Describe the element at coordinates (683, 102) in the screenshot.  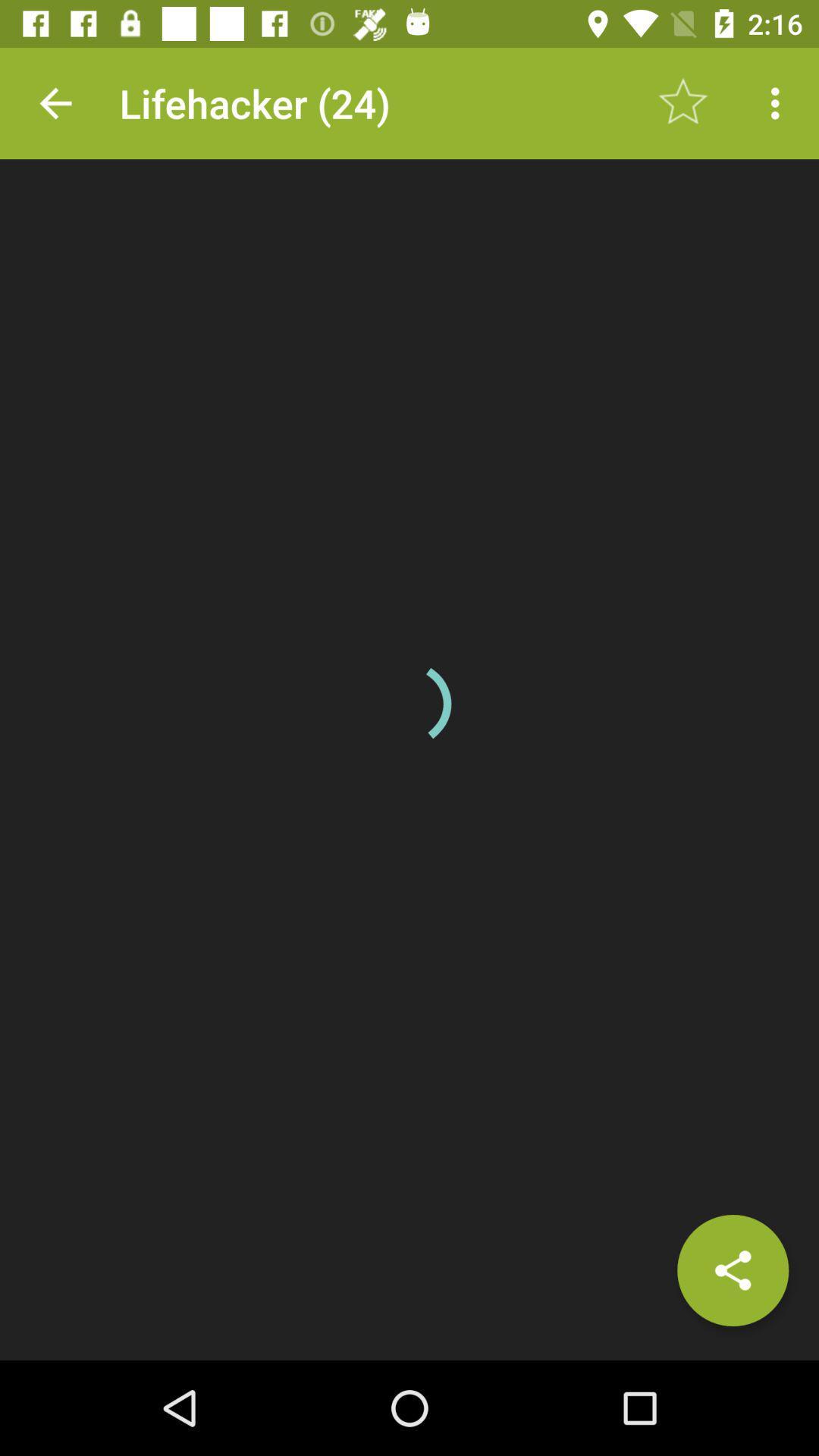
I see `icon to the right of the lifehacker (24) item` at that location.